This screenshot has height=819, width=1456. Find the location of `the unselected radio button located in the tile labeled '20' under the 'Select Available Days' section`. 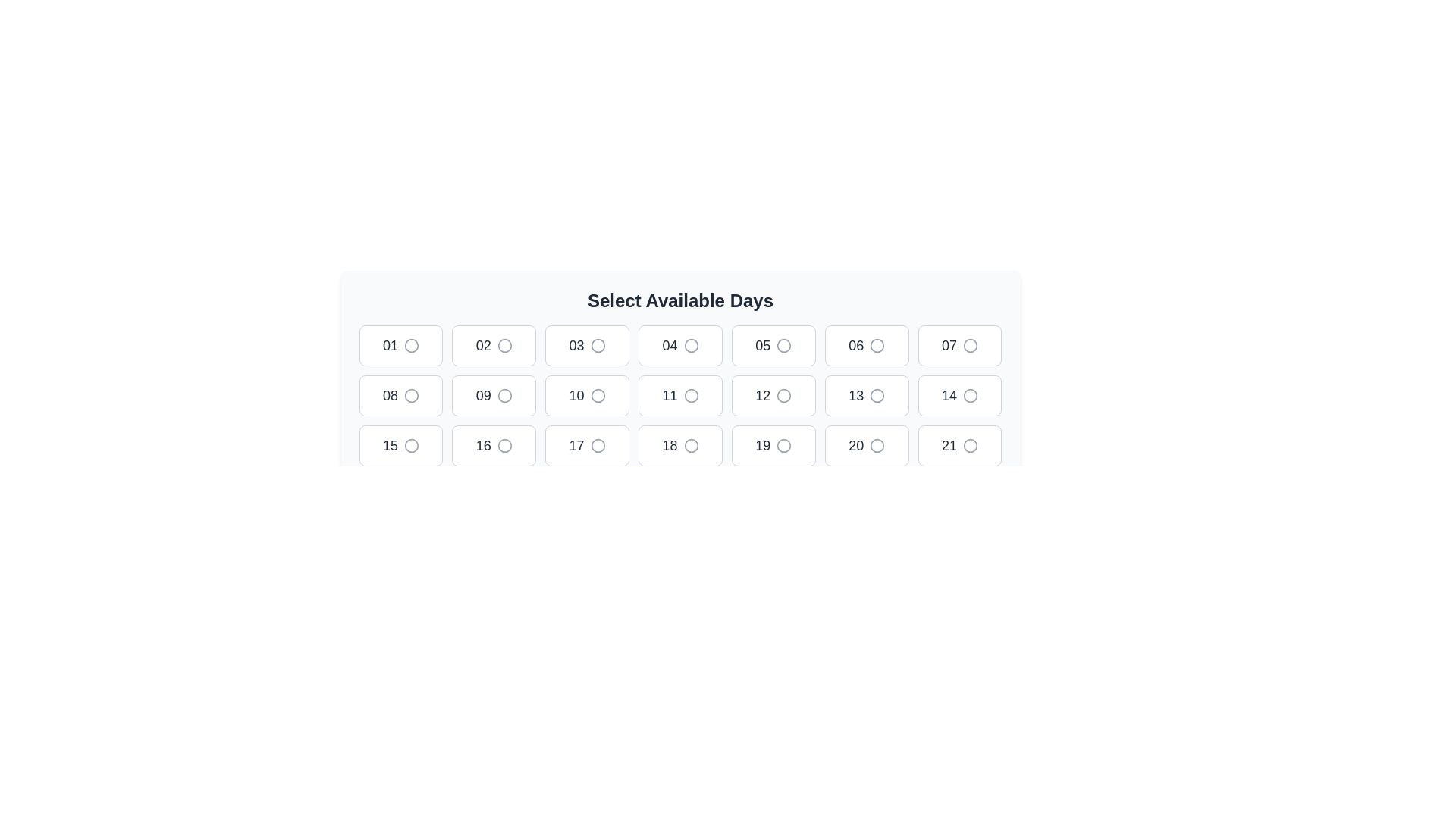

the unselected radio button located in the tile labeled '20' under the 'Select Available Days' section is located at coordinates (877, 444).